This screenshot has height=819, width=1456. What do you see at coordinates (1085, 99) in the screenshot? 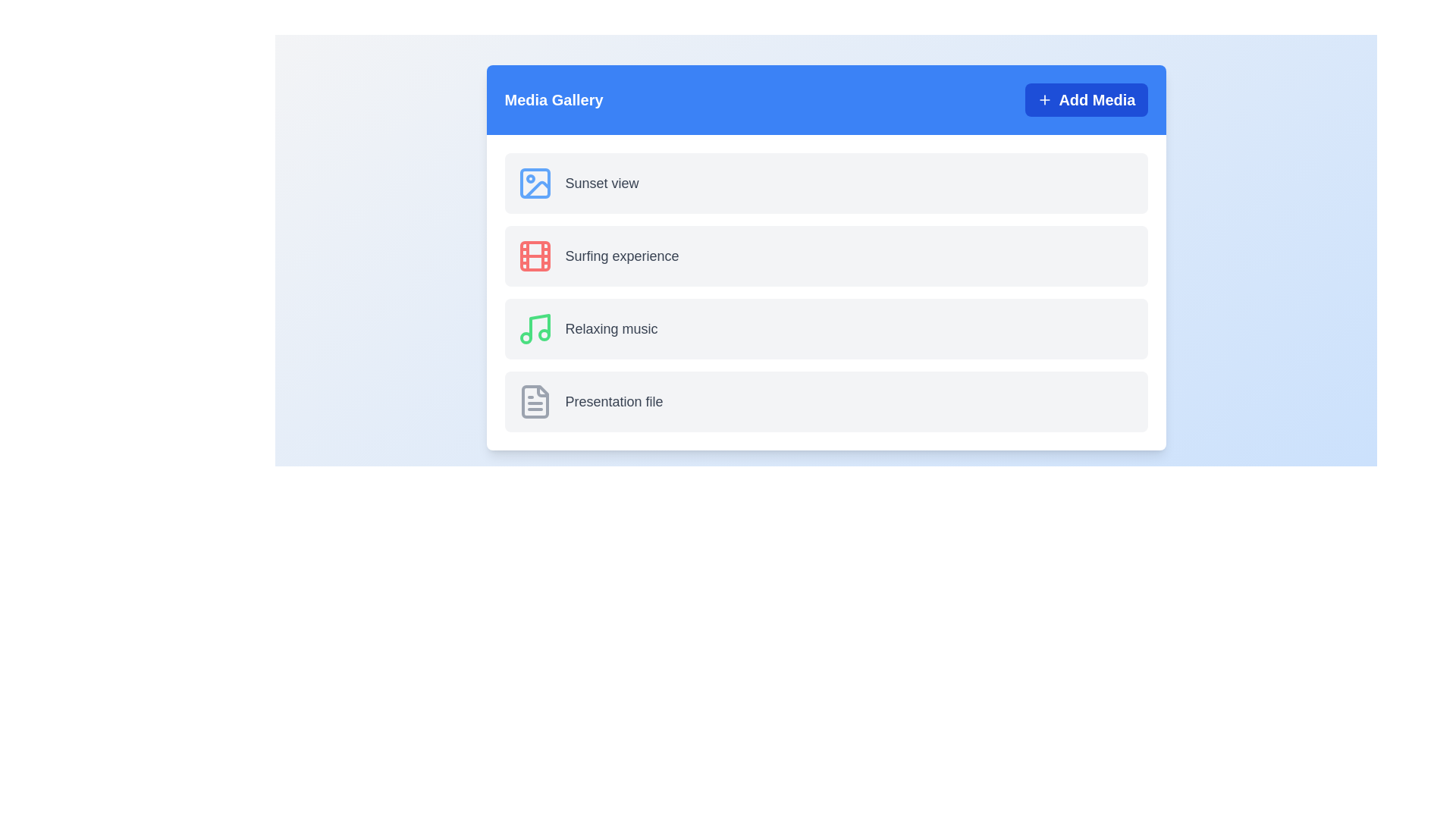
I see `the 'Add Media' button, which is a blue rectangular button with rounded corners, located in the top-right corner of the 'Media Gallery' horizontal bar` at bounding box center [1085, 99].